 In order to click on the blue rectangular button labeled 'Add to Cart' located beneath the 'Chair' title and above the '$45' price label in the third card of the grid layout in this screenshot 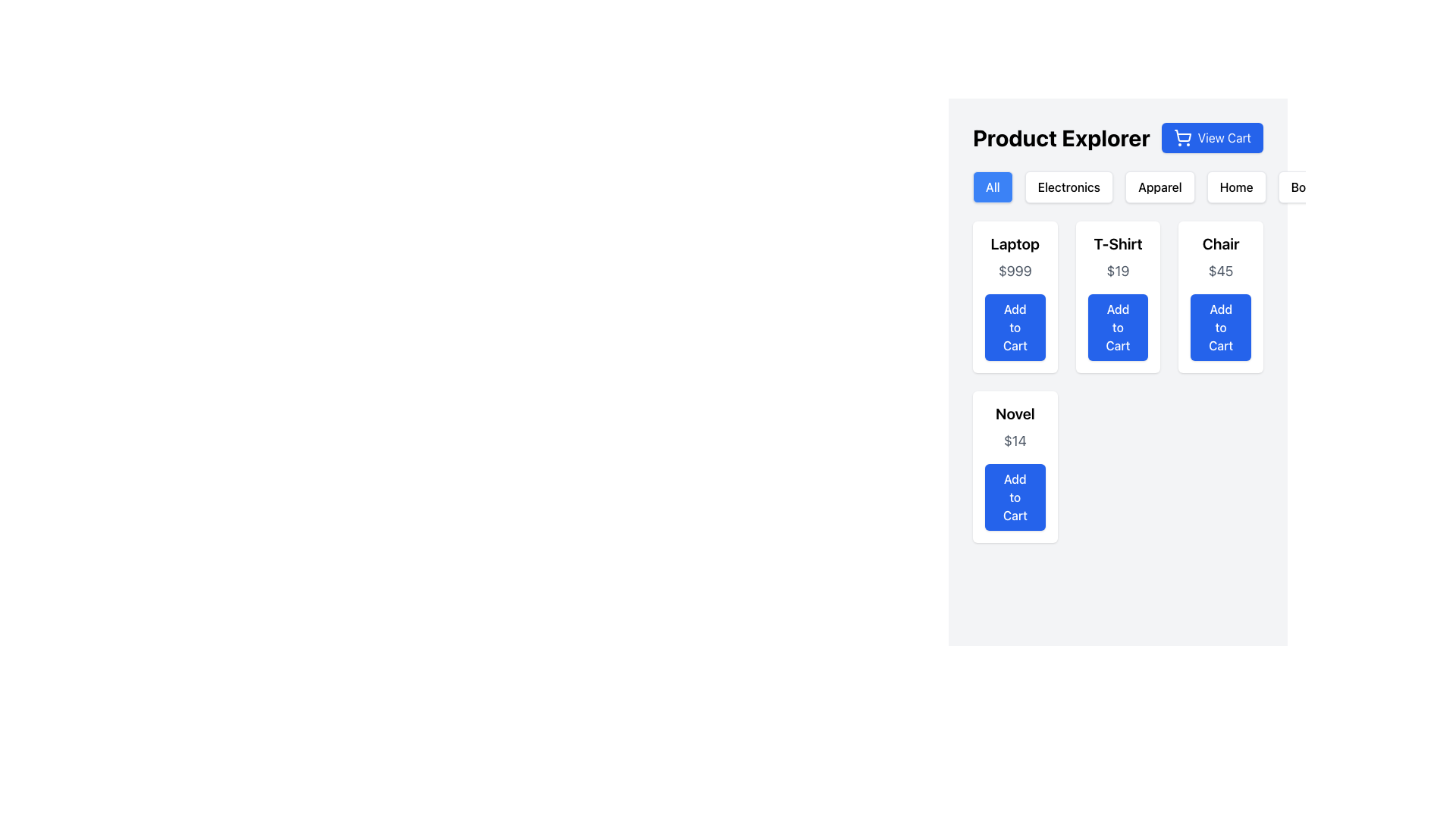, I will do `click(1221, 297)`.